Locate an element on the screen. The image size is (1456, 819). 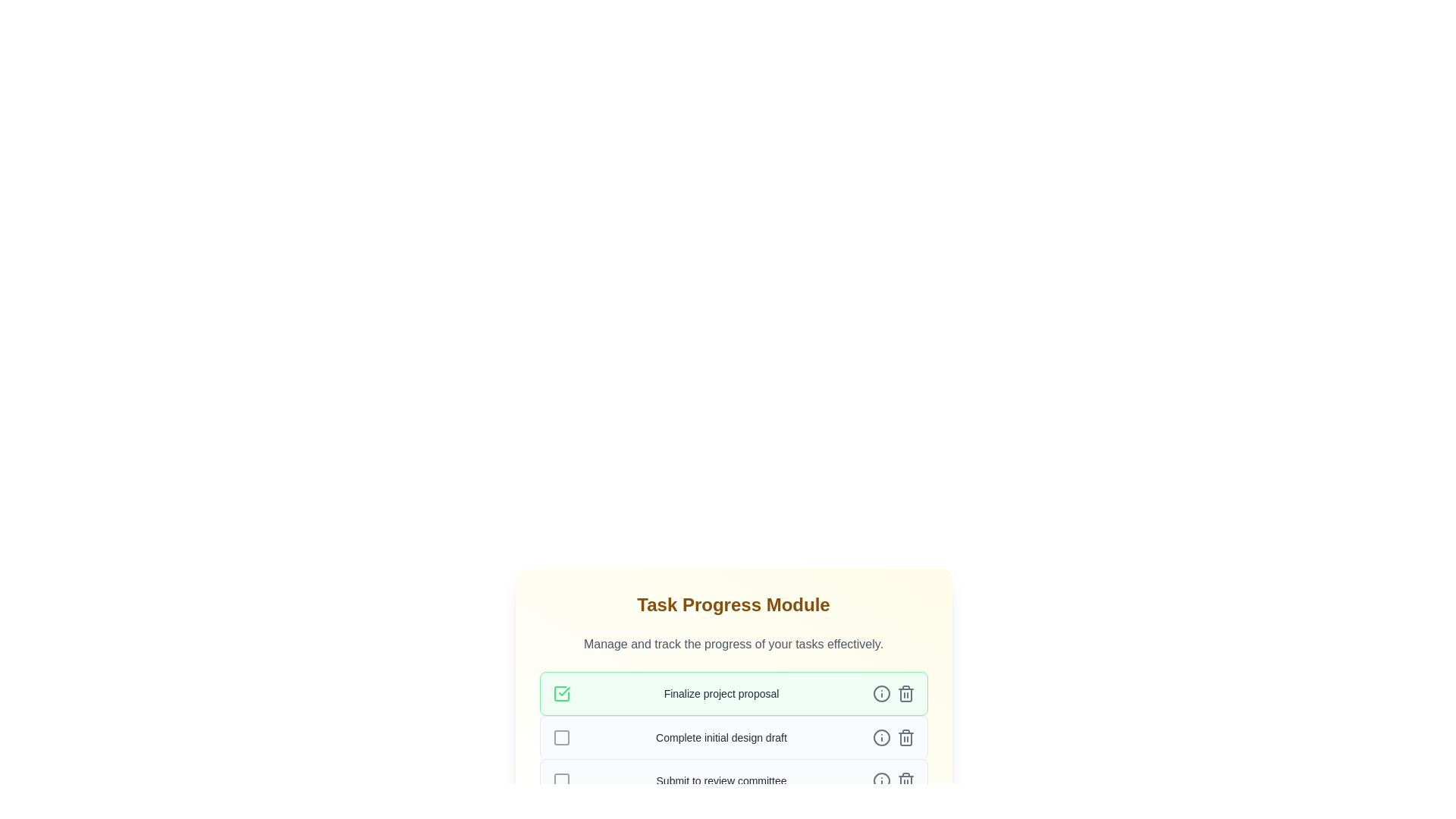
the delete icon button located in the action section of the last task row in the task management list is located at coordinates (905, 780).